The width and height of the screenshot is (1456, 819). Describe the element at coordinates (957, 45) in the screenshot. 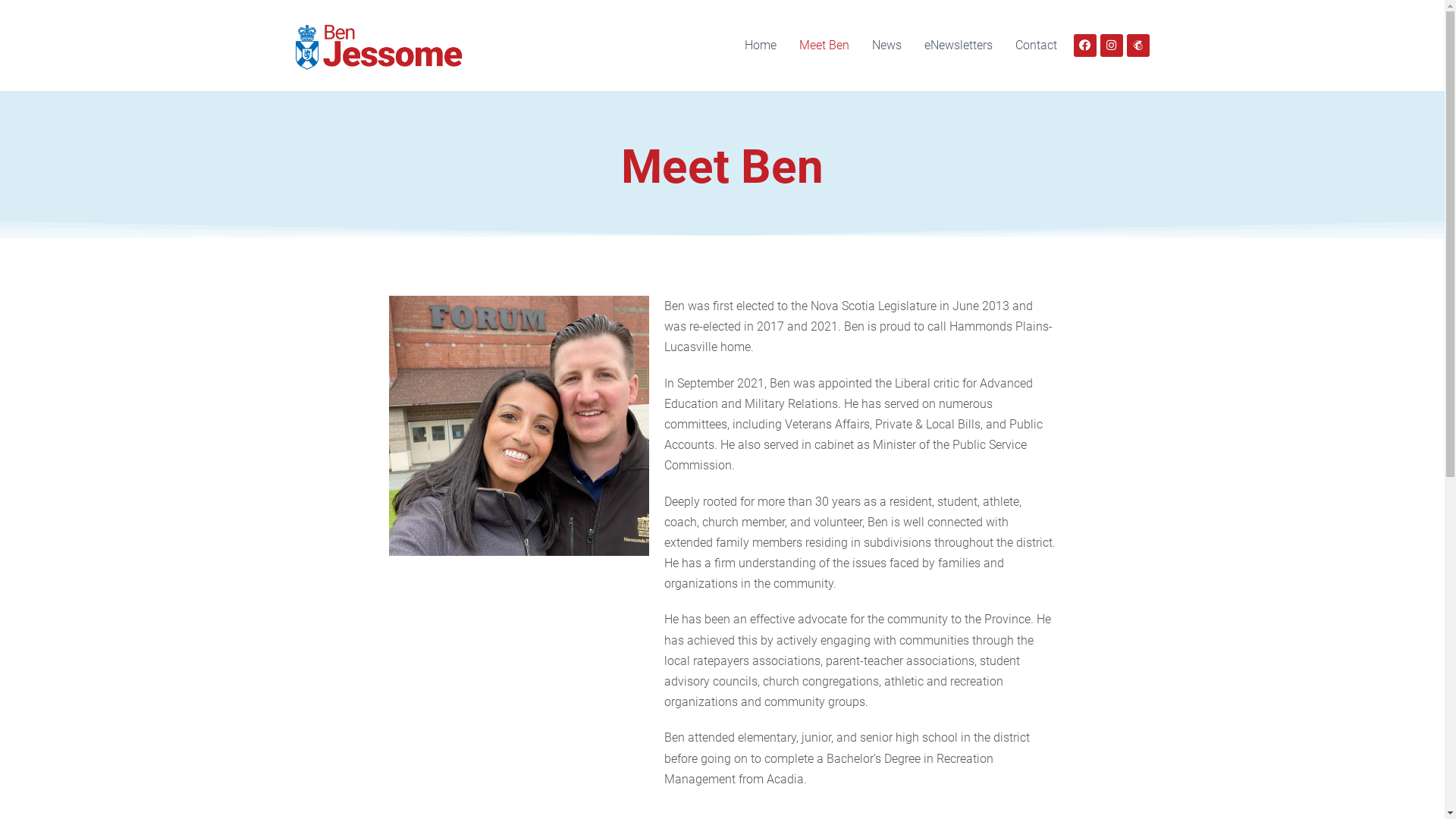

I see `'eNewsletters'` at that location.